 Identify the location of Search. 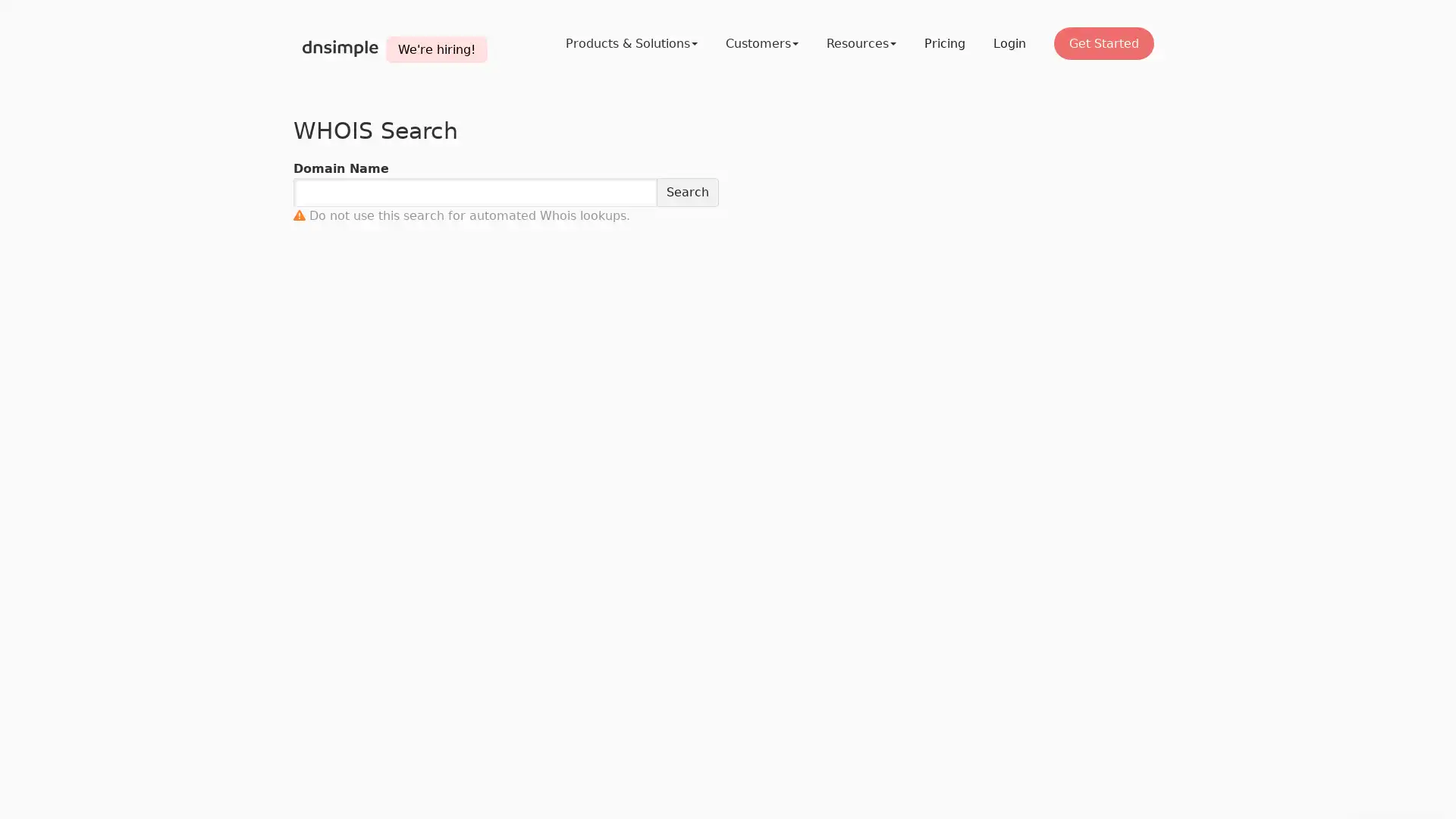
(687, 192).